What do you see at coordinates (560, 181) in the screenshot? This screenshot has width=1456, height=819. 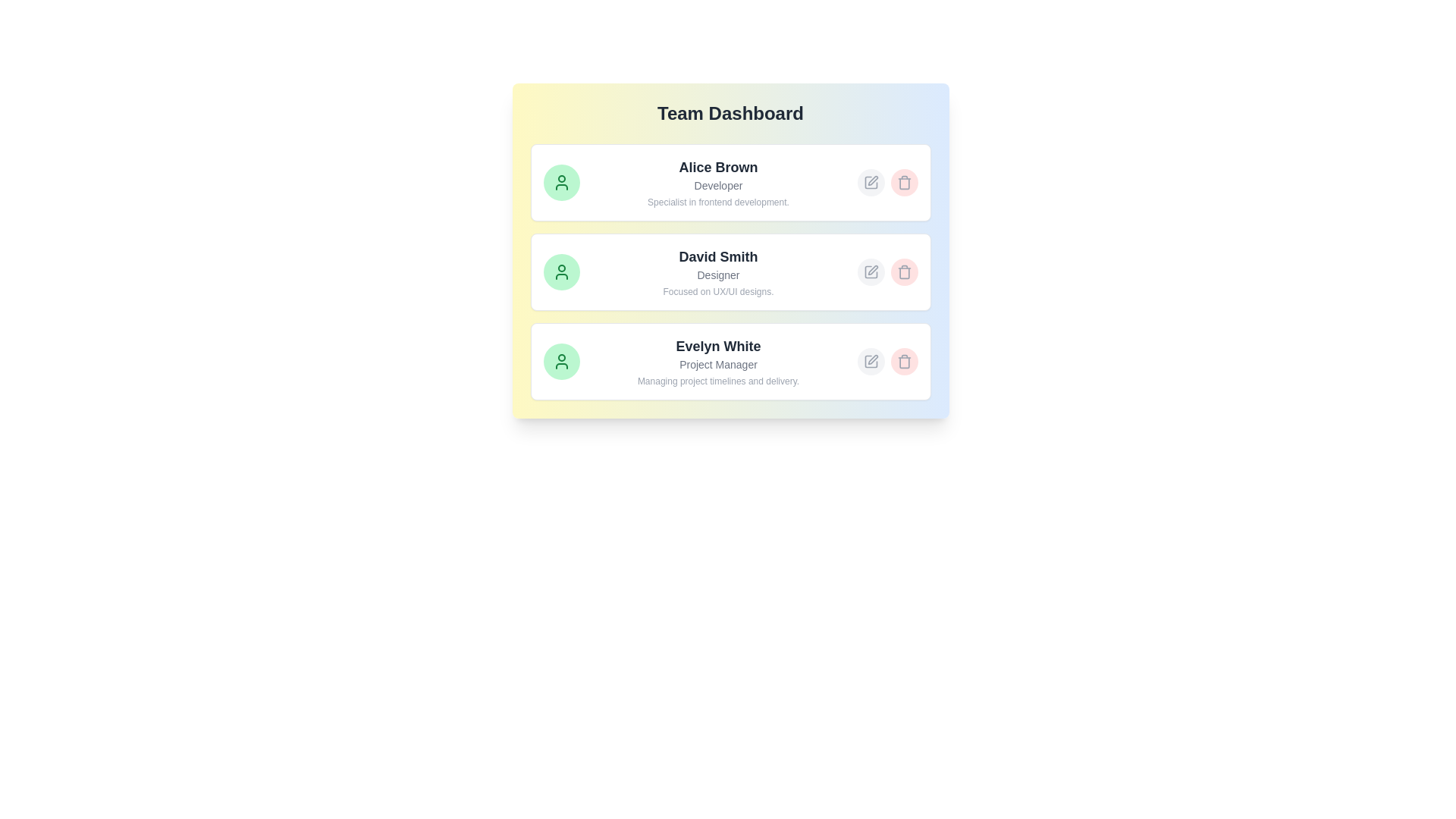 I see `the User avatar icon, which is a small circular light green icon with a user silhouette, located at the left end of the card displaying information about 'Alice Brown'` at bounding box center [560, 181].